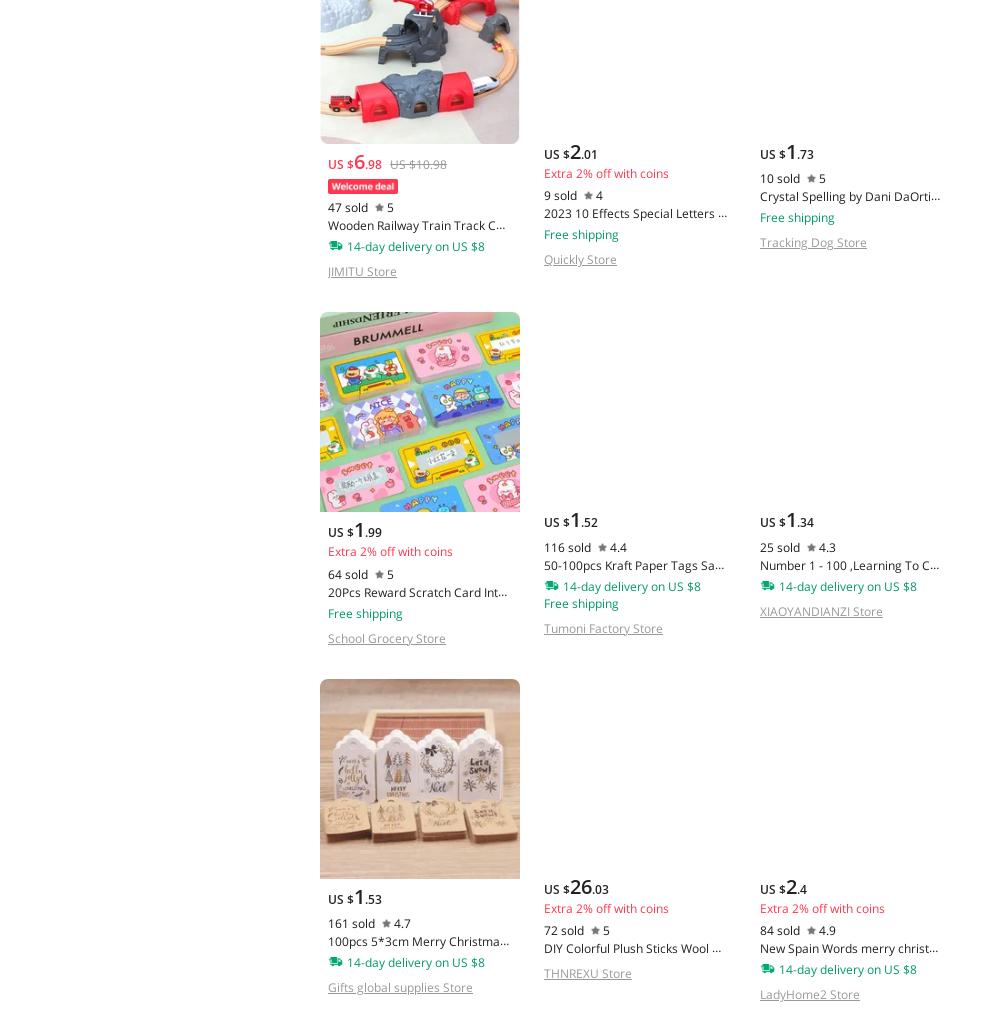 The height and width of the screenshot is (1015, 1000). What do you see at coordinates (402, 922) in the screenshot?
I see `'4.7'` at bounding box center [402, 922].